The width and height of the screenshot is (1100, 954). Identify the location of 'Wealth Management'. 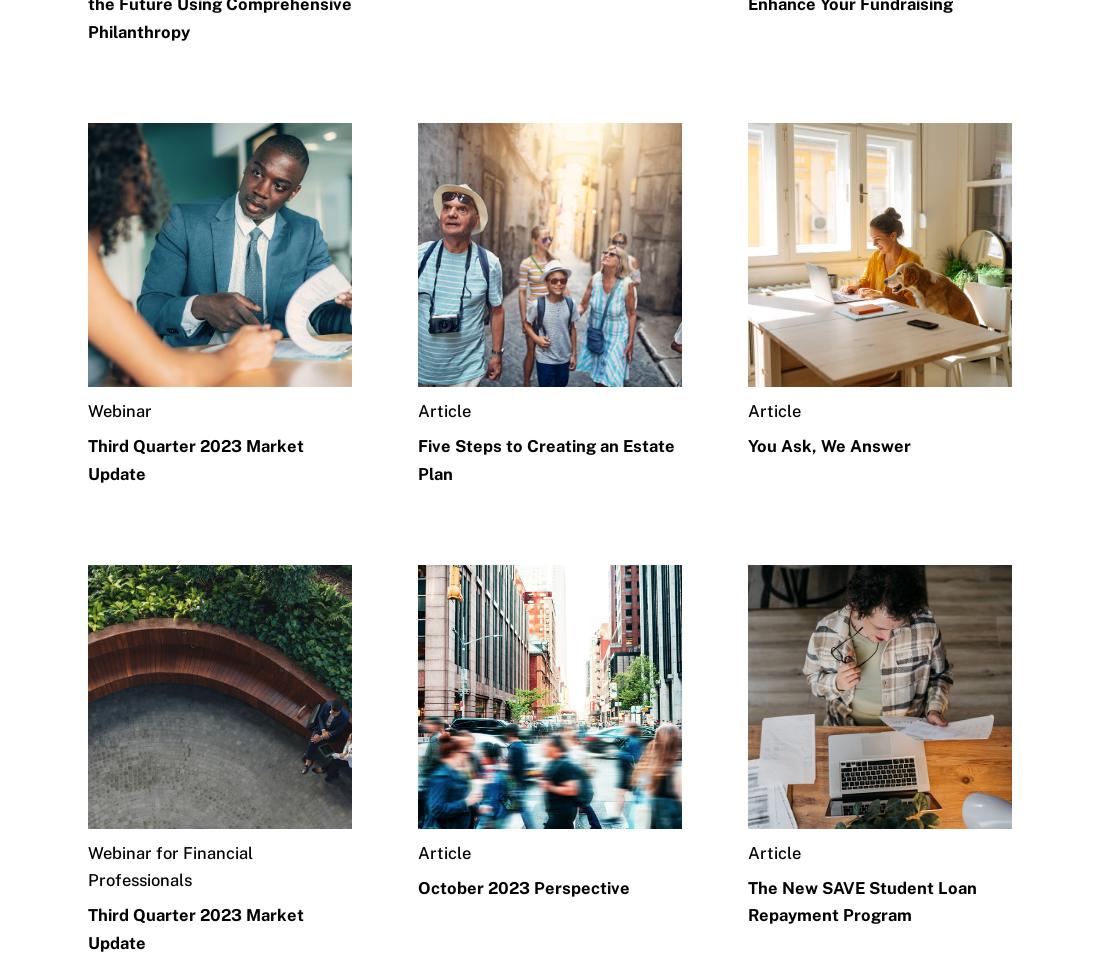
(637, 67).